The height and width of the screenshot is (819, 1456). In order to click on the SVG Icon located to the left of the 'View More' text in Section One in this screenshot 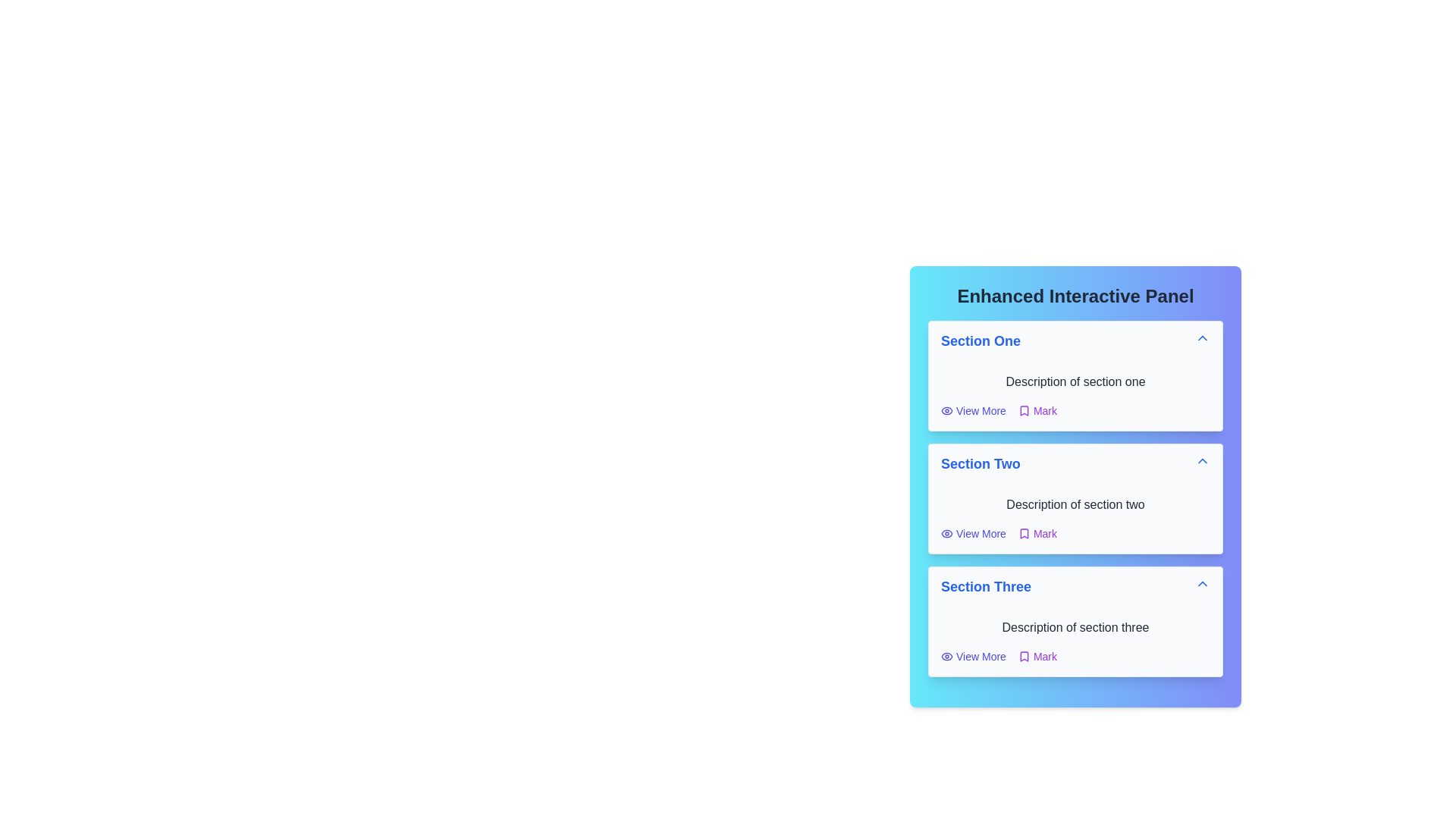, I will do `click(946, 411)`.